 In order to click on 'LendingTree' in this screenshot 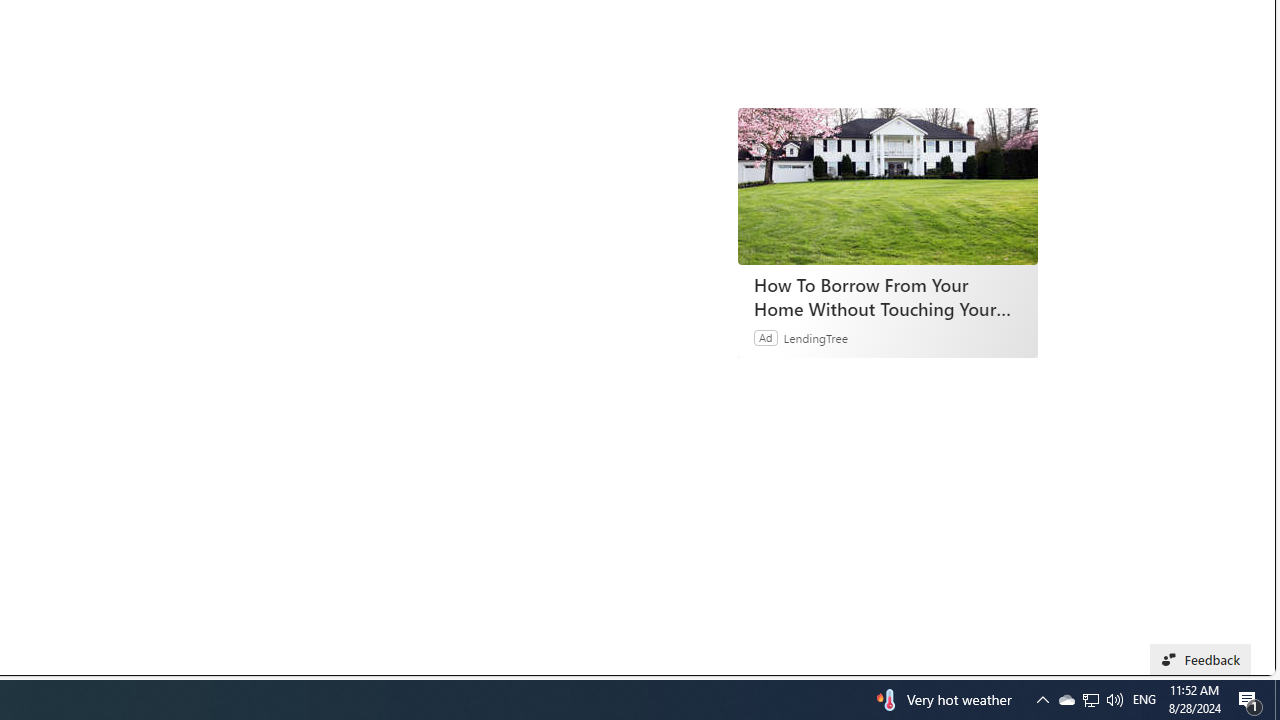, I will do `click(816, 336)`.